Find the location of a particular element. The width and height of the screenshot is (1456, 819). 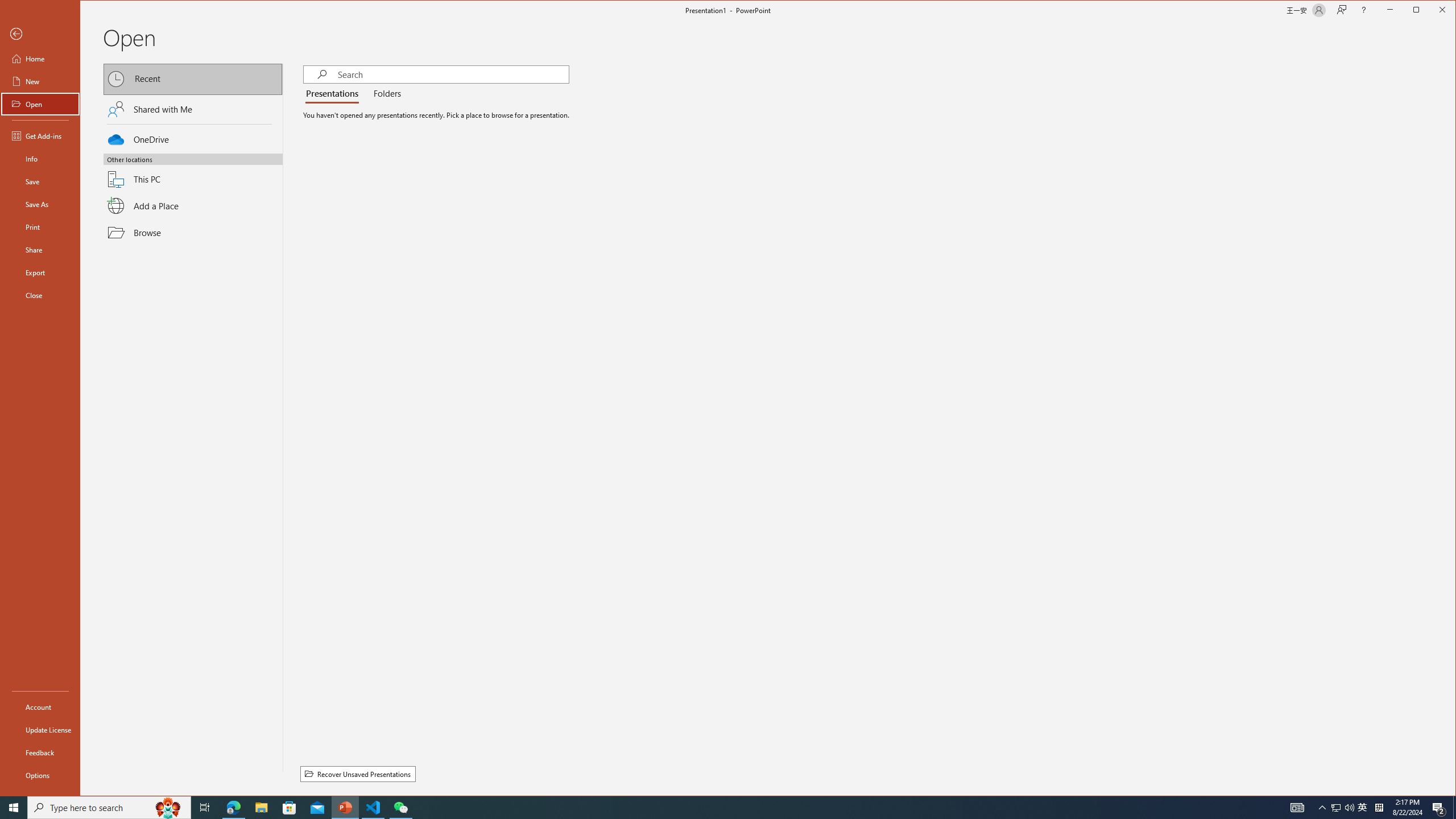

'New' is located at coordinates (39, 80).